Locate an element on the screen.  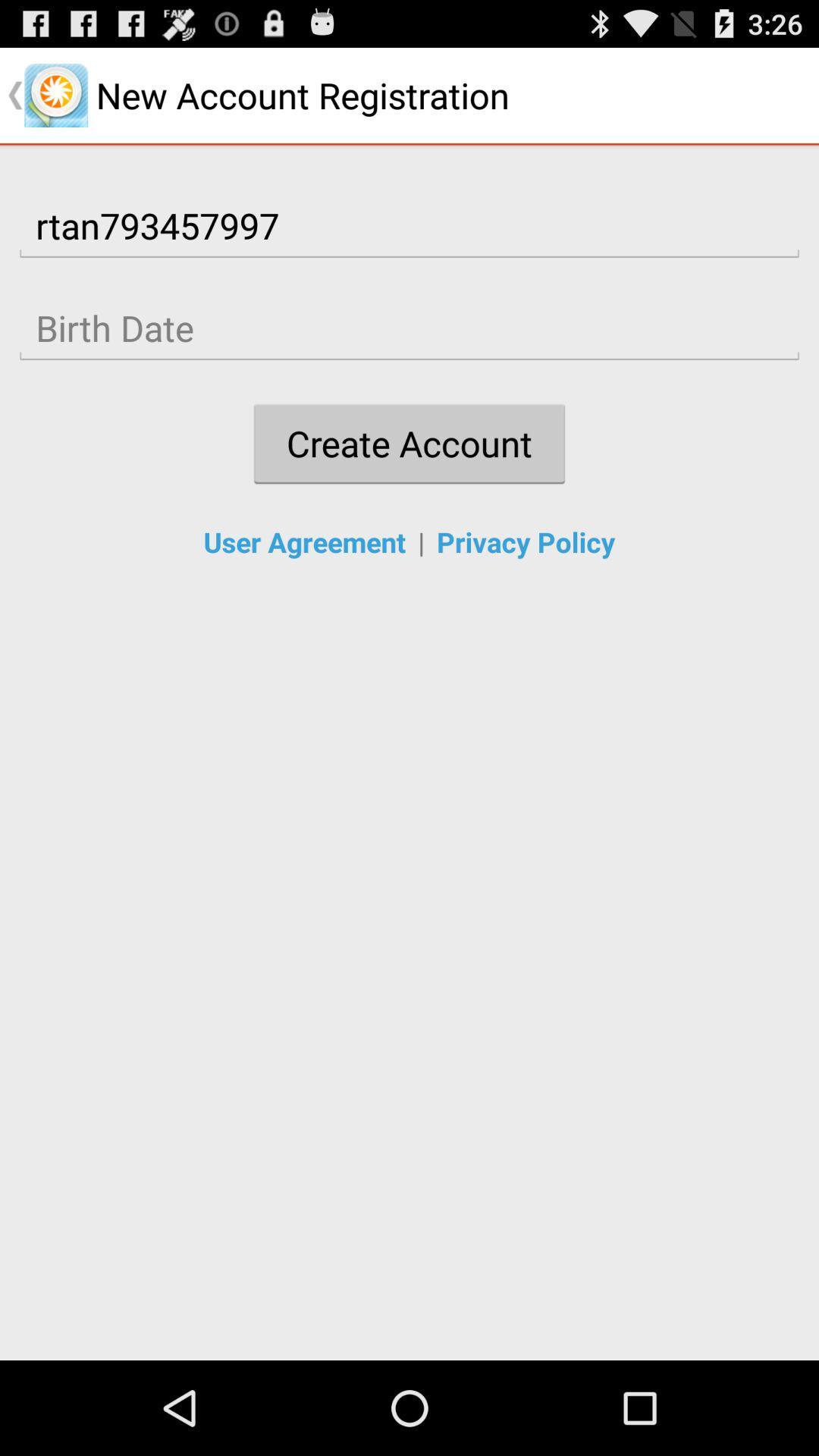
birth date input field is located at coordinates (409, 328).